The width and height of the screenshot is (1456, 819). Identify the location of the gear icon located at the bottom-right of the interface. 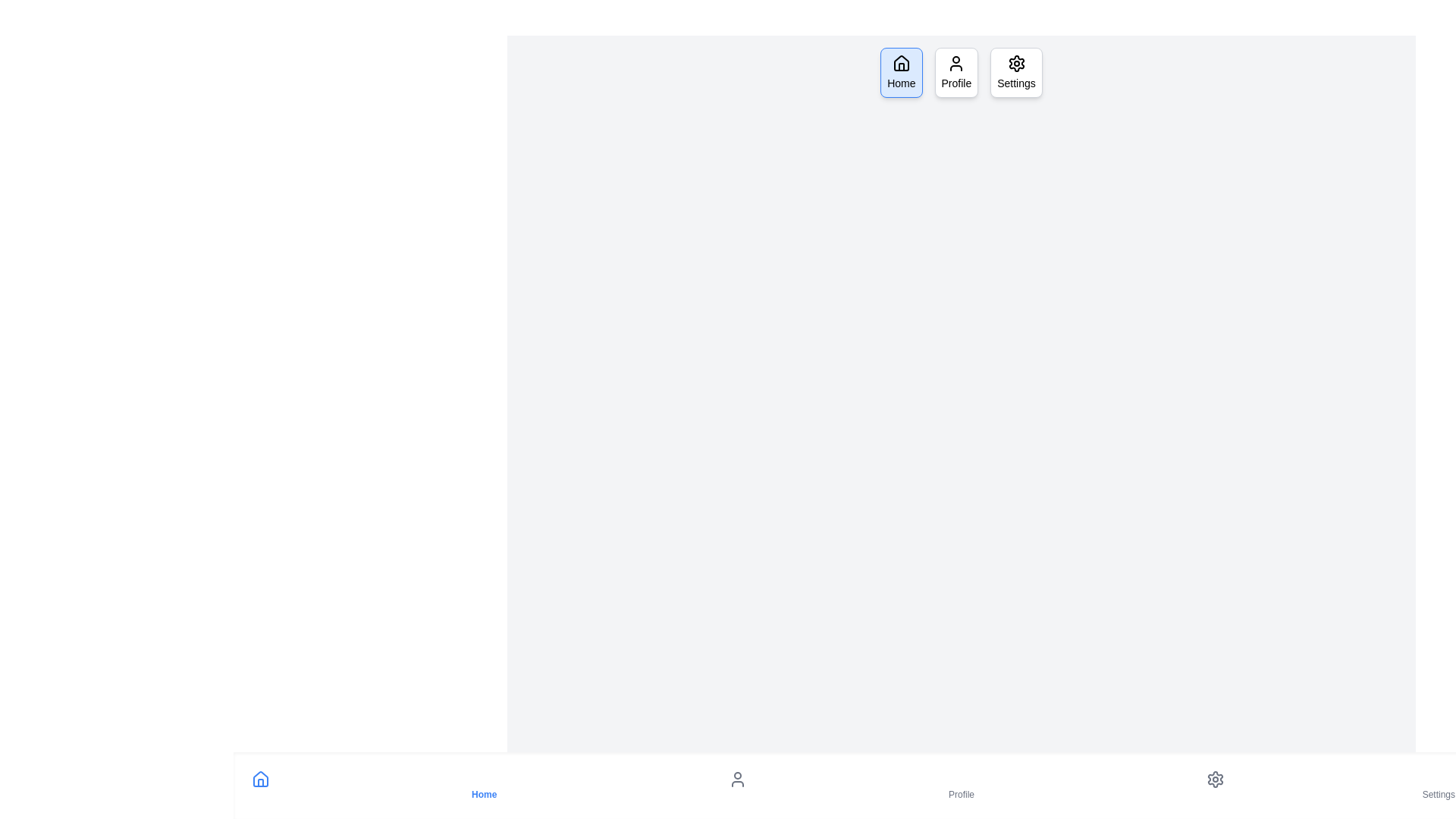
(1215, 780).